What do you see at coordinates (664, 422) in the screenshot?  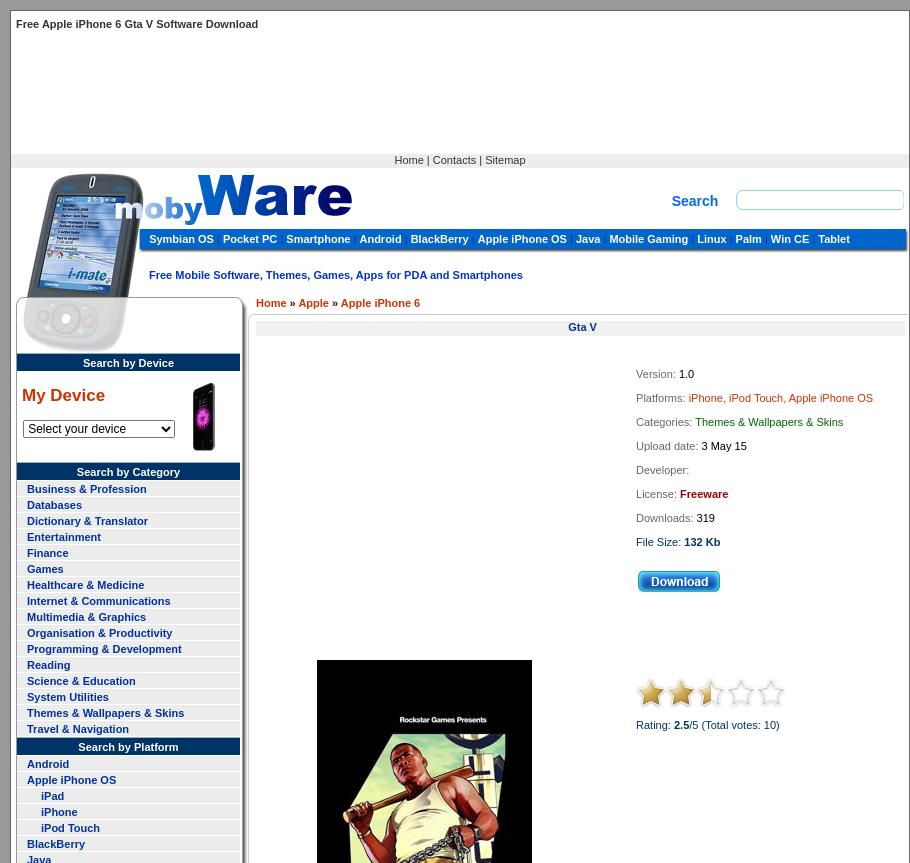 I see `'Categories:'` at bounding box center [664, 422].